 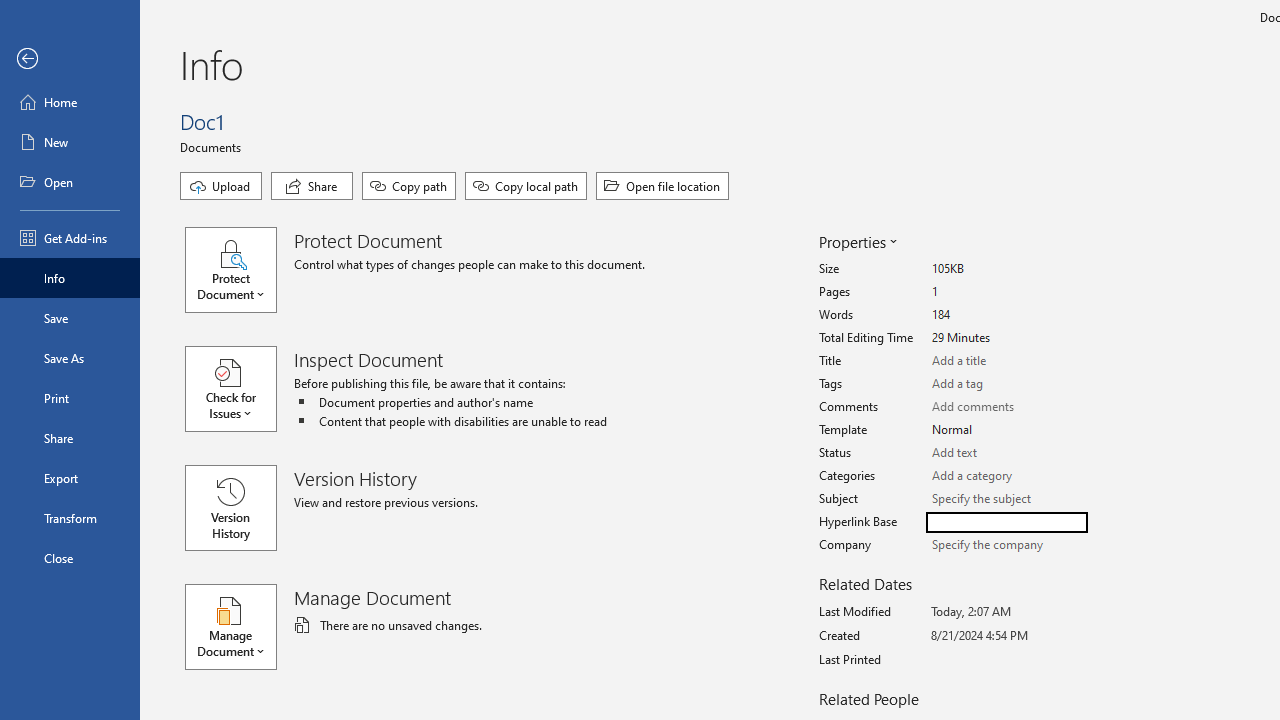 I want to click on 'Subject', so click(x=1006, y=498).